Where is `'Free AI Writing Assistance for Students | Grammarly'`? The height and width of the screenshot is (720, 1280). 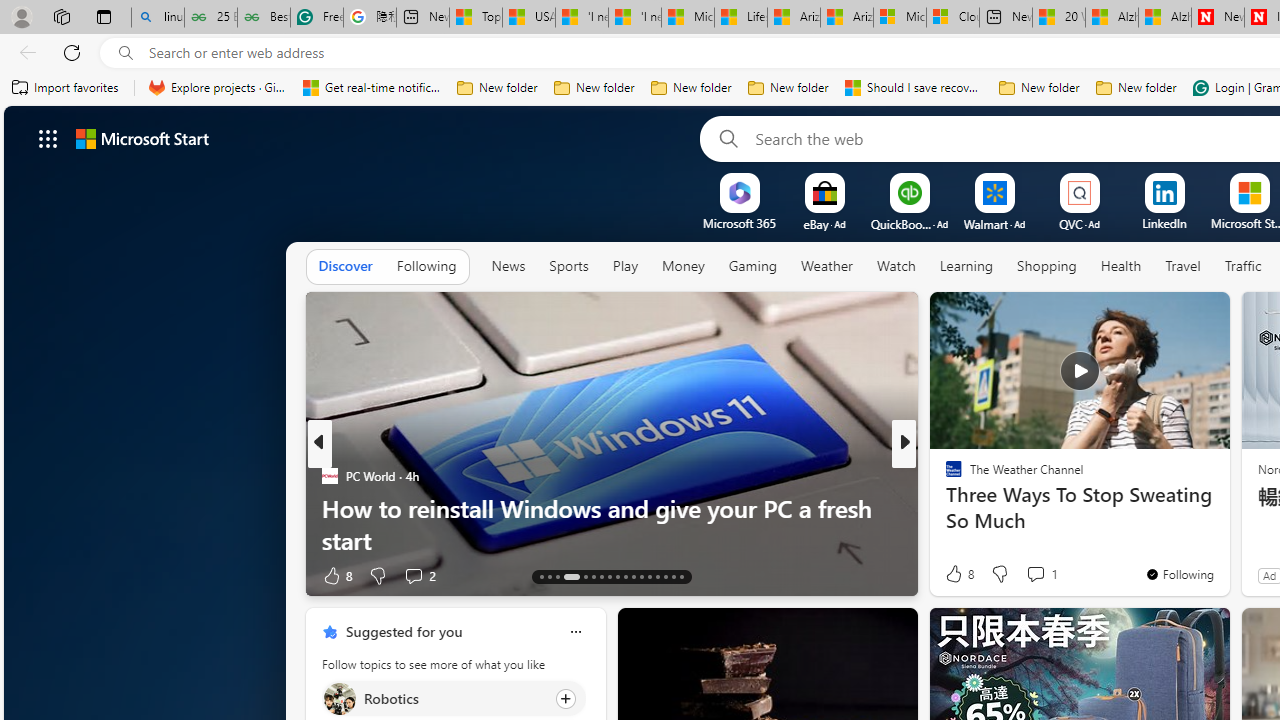
'Free AI Writing Assistance for Students | Grammarly' is located at coordinates (315, 17).